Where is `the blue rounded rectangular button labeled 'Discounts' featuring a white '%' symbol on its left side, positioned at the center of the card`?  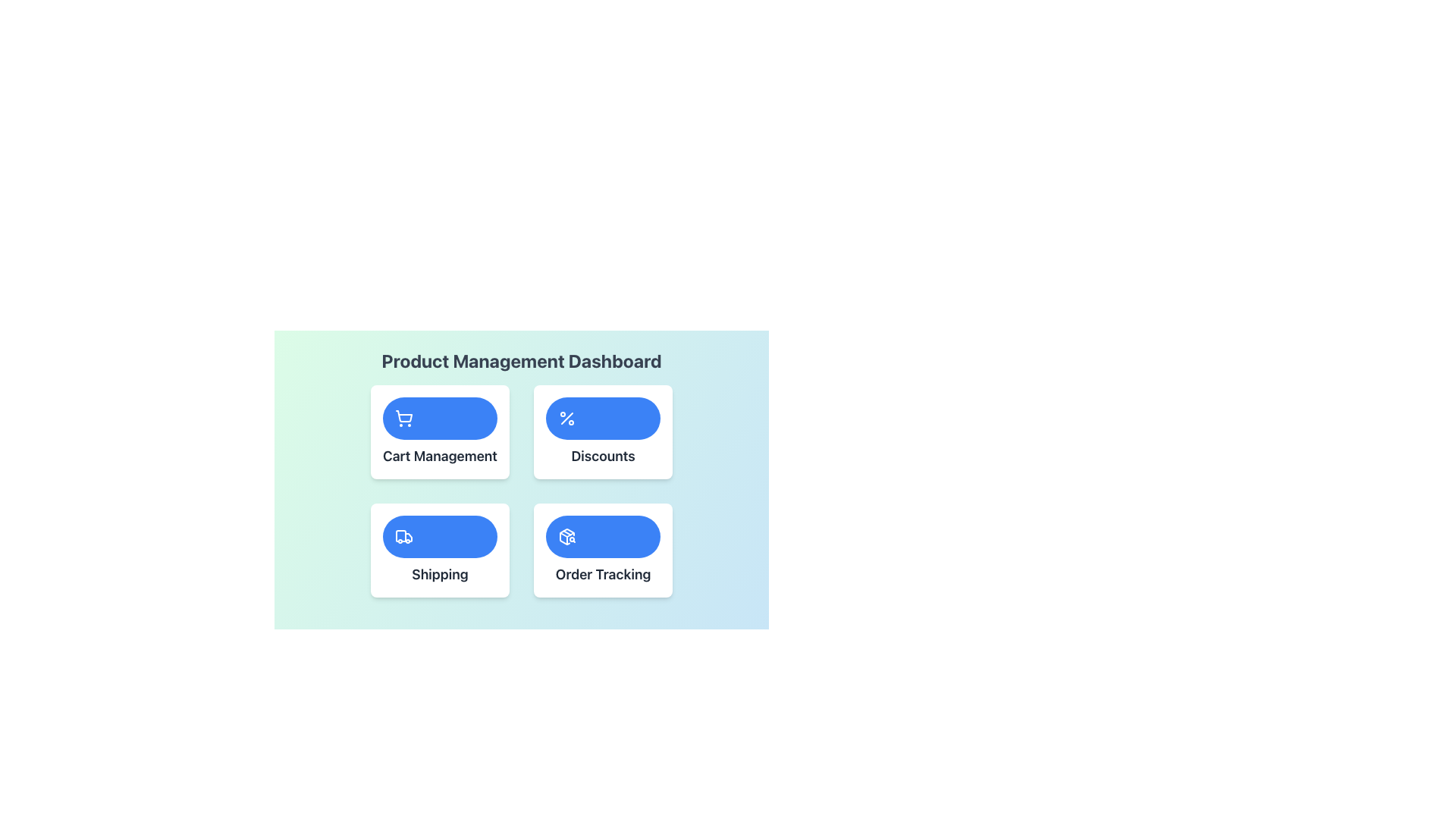 the blue rounded rectangular button labeled 'Discounts' featuring a white '%' symbol on its left side, positioned at the center of the card is located at coordinates (602, 418).